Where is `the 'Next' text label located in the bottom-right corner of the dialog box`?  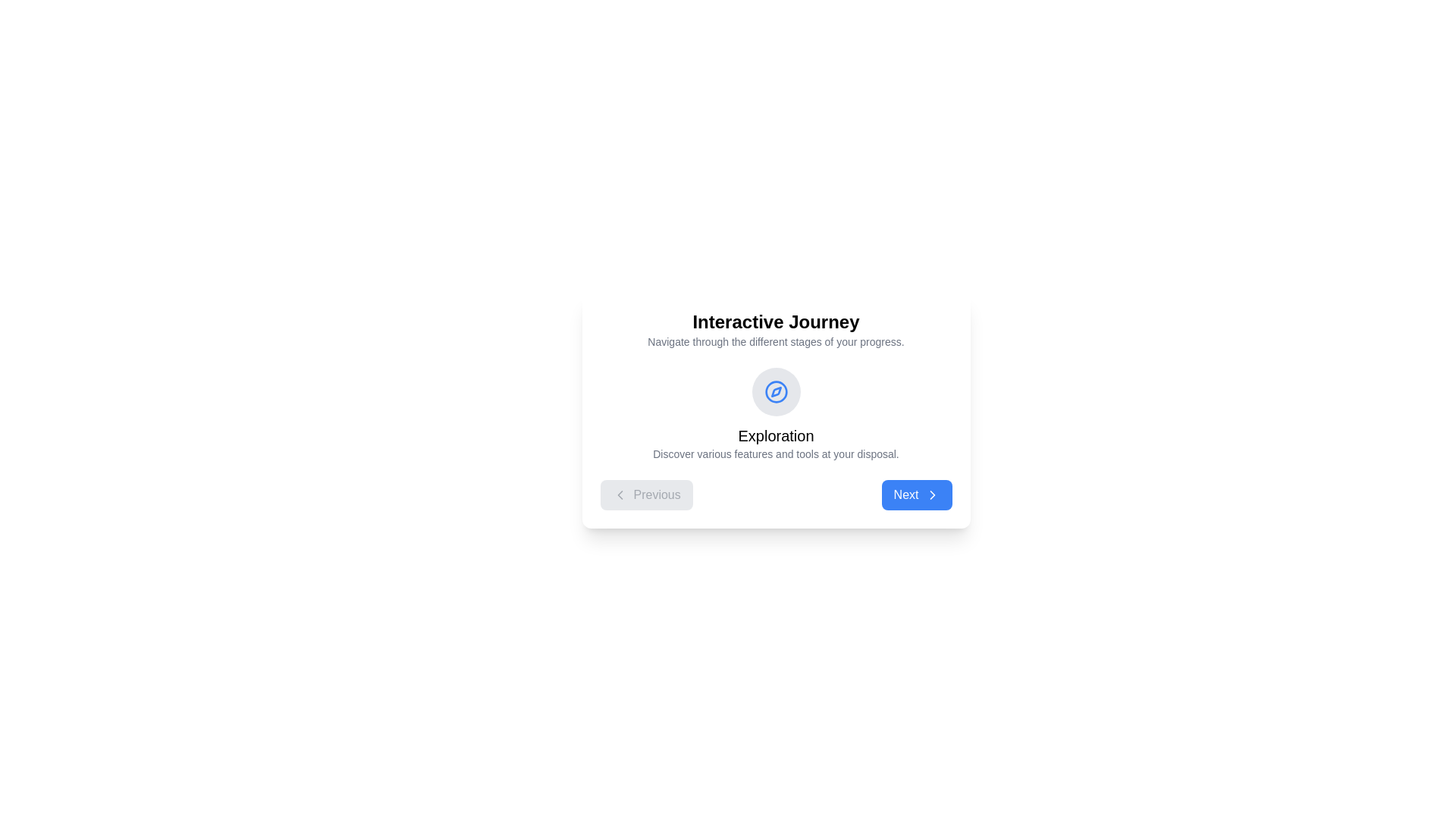
the 'Next' text label located in the bottom-right corner of the dialog box is located at coordinates (906, 494).